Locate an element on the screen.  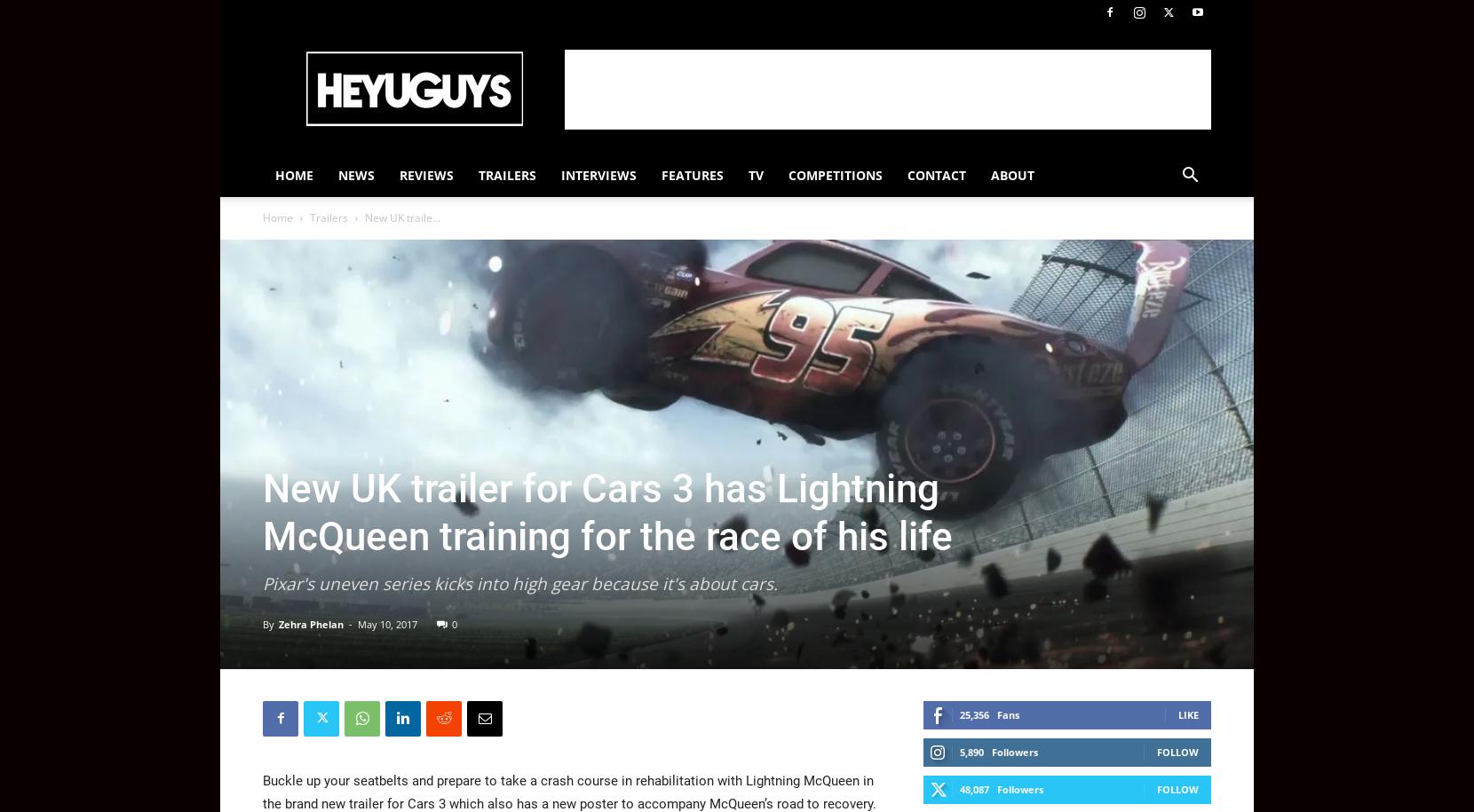
'By' is located at coordinates (267, 622).